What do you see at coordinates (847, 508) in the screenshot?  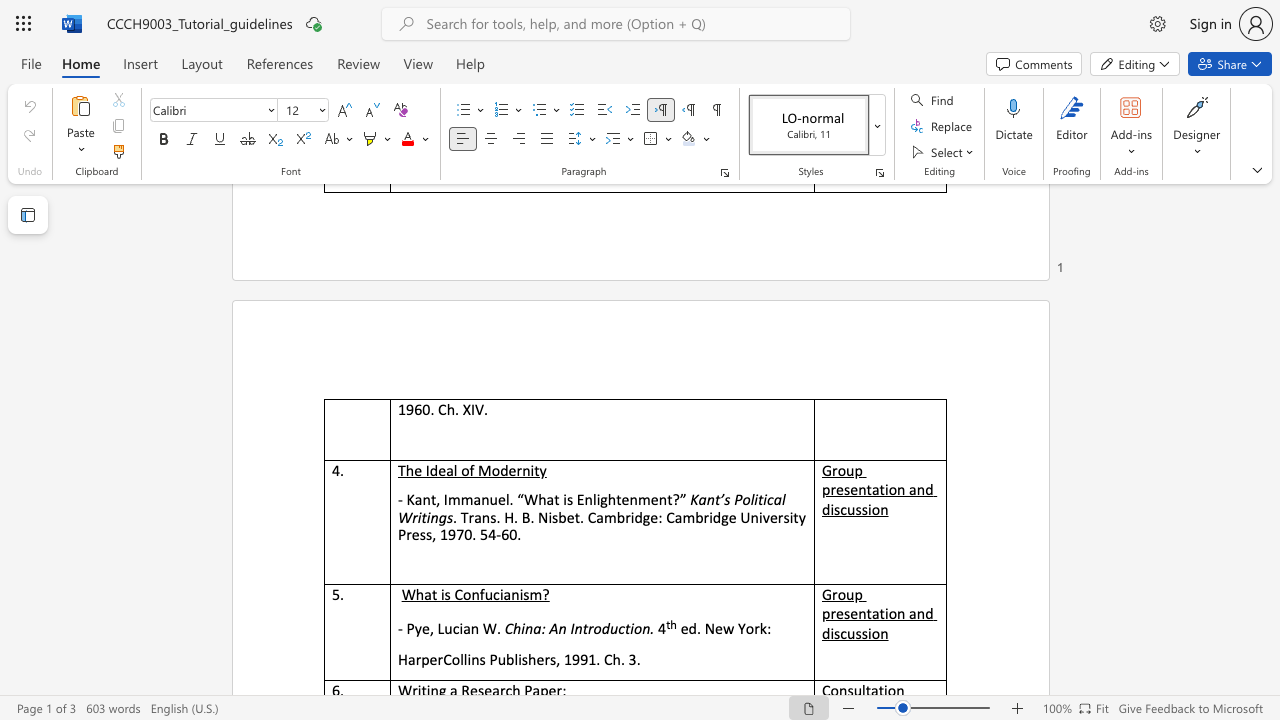 I see `the subset text "ussi" within the text "Group presentation and discussion"` at bounding box center [847, 508].